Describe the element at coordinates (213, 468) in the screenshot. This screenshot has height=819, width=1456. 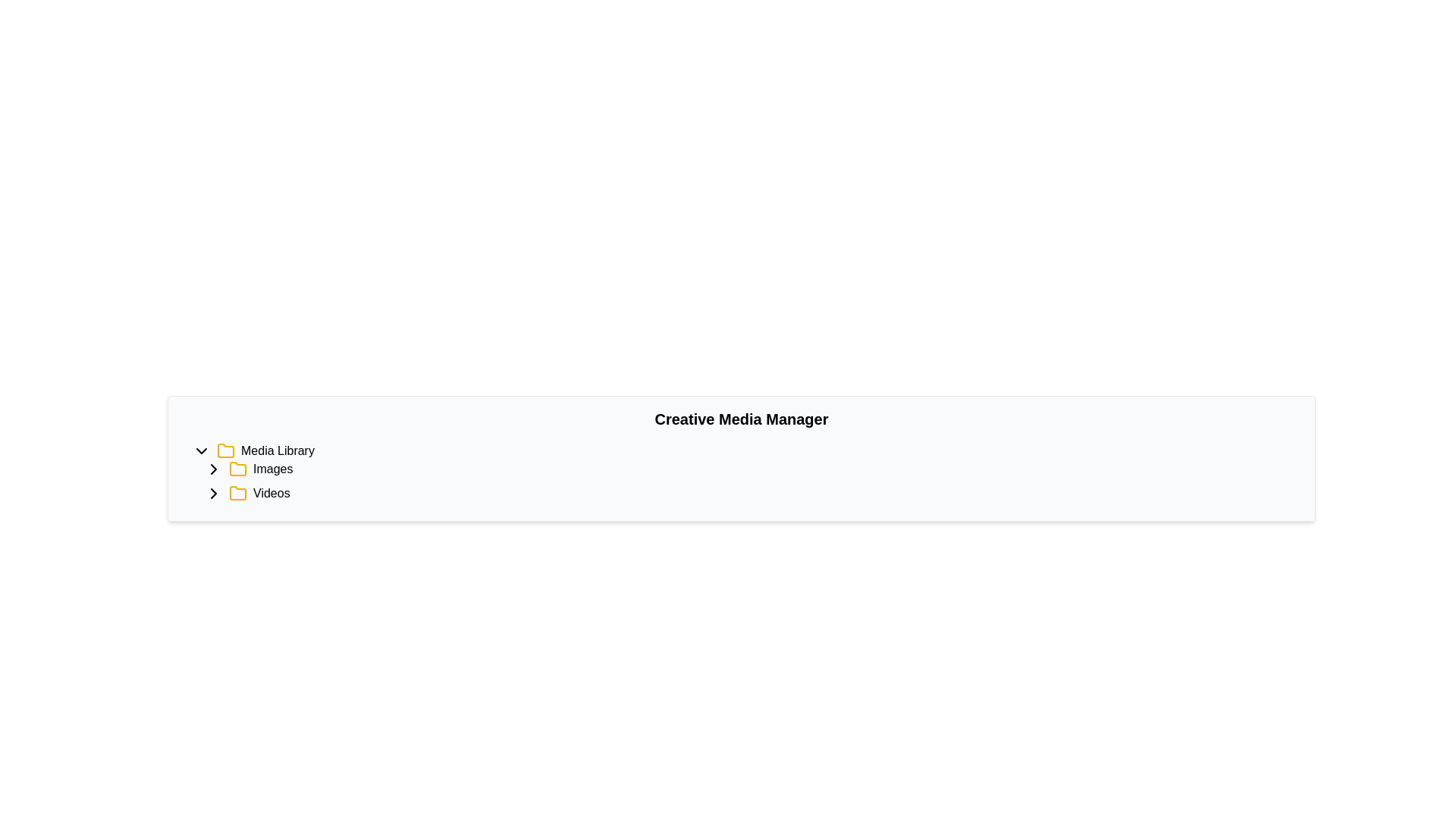
I see `the right-pointing arrow icon button that precedes the 'Images' label` at that location.